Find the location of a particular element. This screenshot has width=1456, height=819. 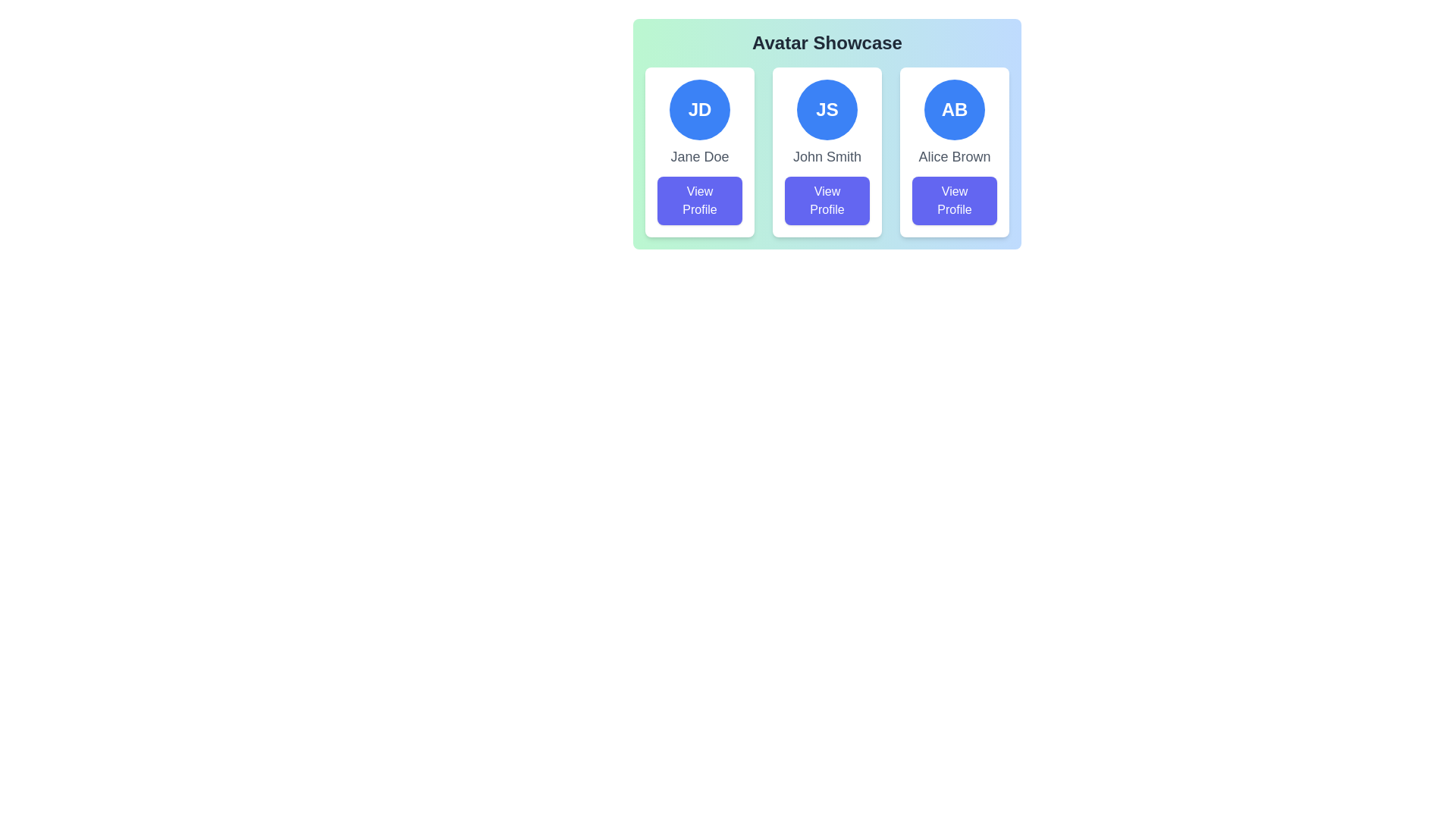

the profile avatar representing user 'John Smith' with initials 'JS', located at the center of the topmost component within the card is located at coordinates (826, 109).